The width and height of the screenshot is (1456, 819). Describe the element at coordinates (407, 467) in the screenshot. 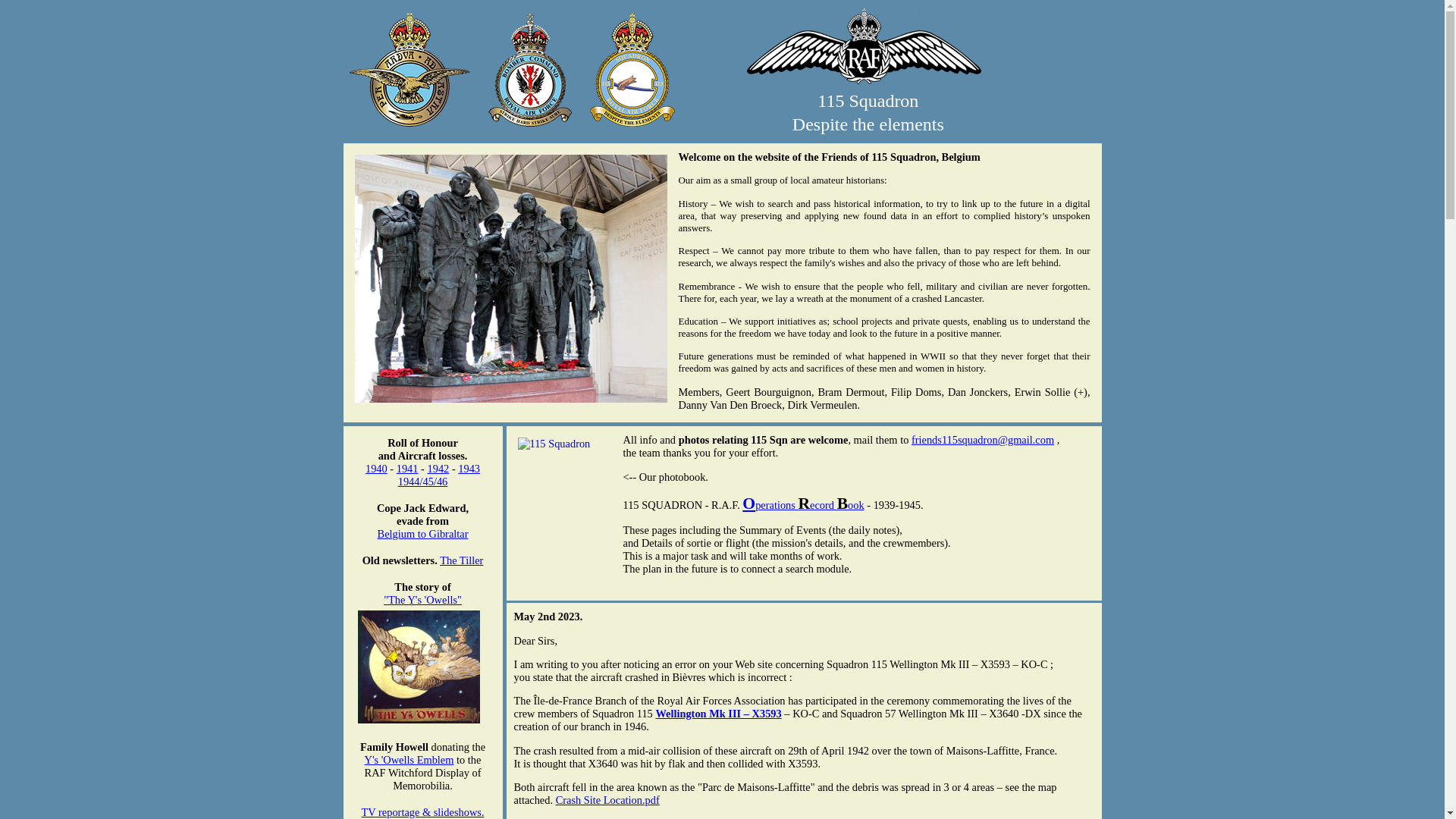

I see `'1941'` at that location.